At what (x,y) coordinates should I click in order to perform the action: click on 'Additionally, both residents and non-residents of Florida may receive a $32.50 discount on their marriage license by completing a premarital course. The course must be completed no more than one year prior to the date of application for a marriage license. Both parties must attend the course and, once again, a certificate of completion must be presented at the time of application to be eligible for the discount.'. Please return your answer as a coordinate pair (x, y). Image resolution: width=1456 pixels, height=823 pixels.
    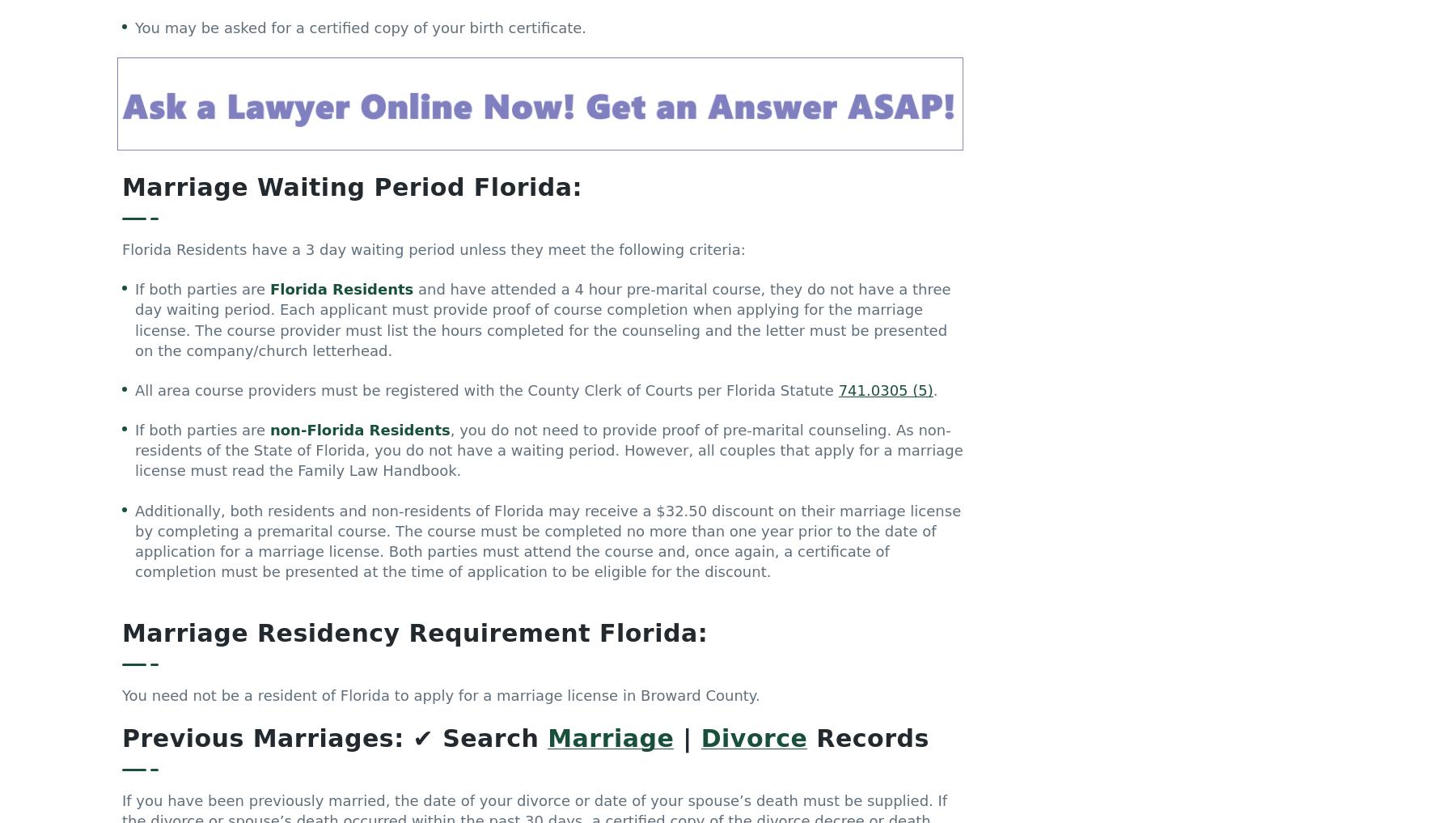
    Looking at the image, I should click on (547, 545).